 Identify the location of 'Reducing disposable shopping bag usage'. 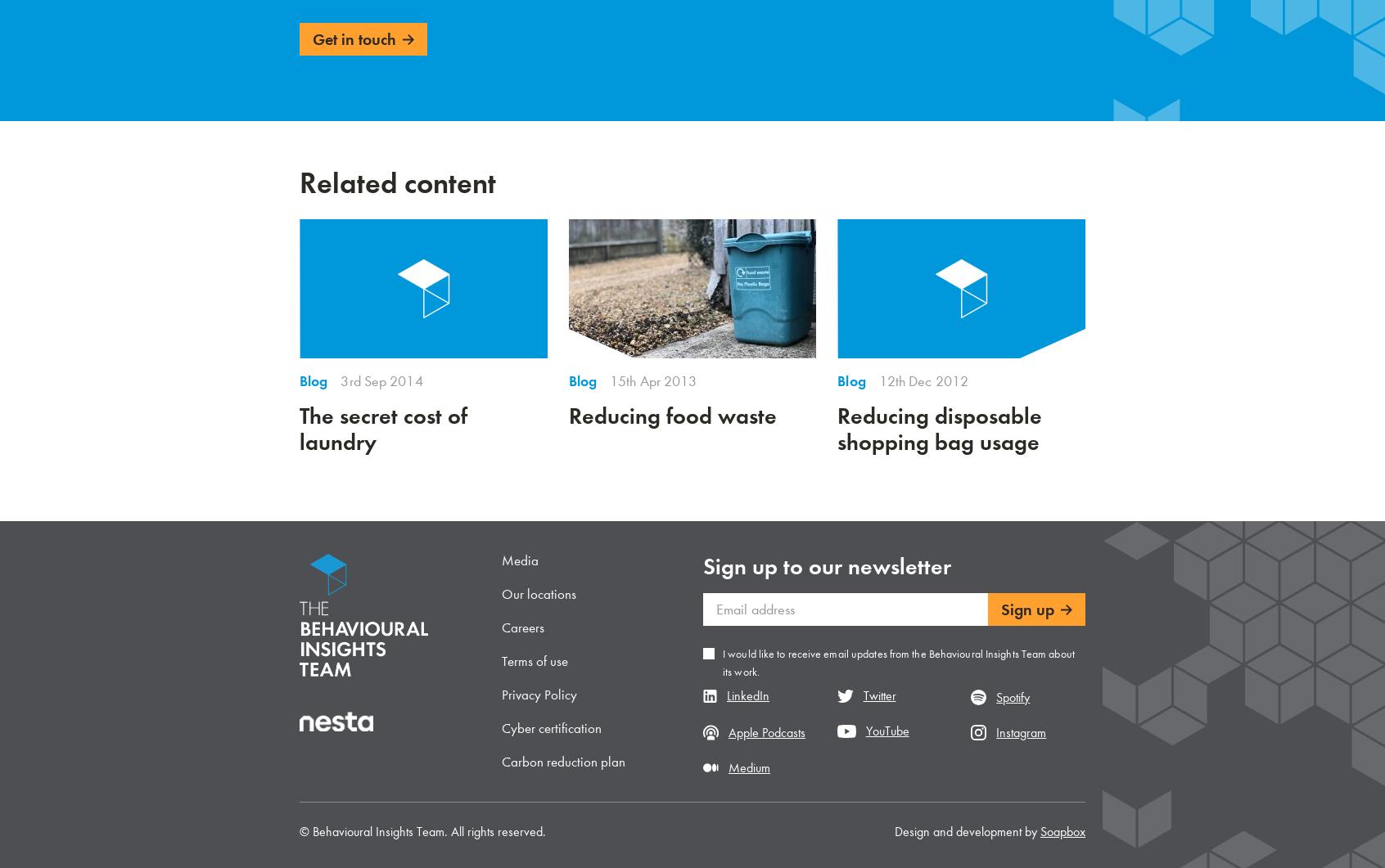
(836, 429).